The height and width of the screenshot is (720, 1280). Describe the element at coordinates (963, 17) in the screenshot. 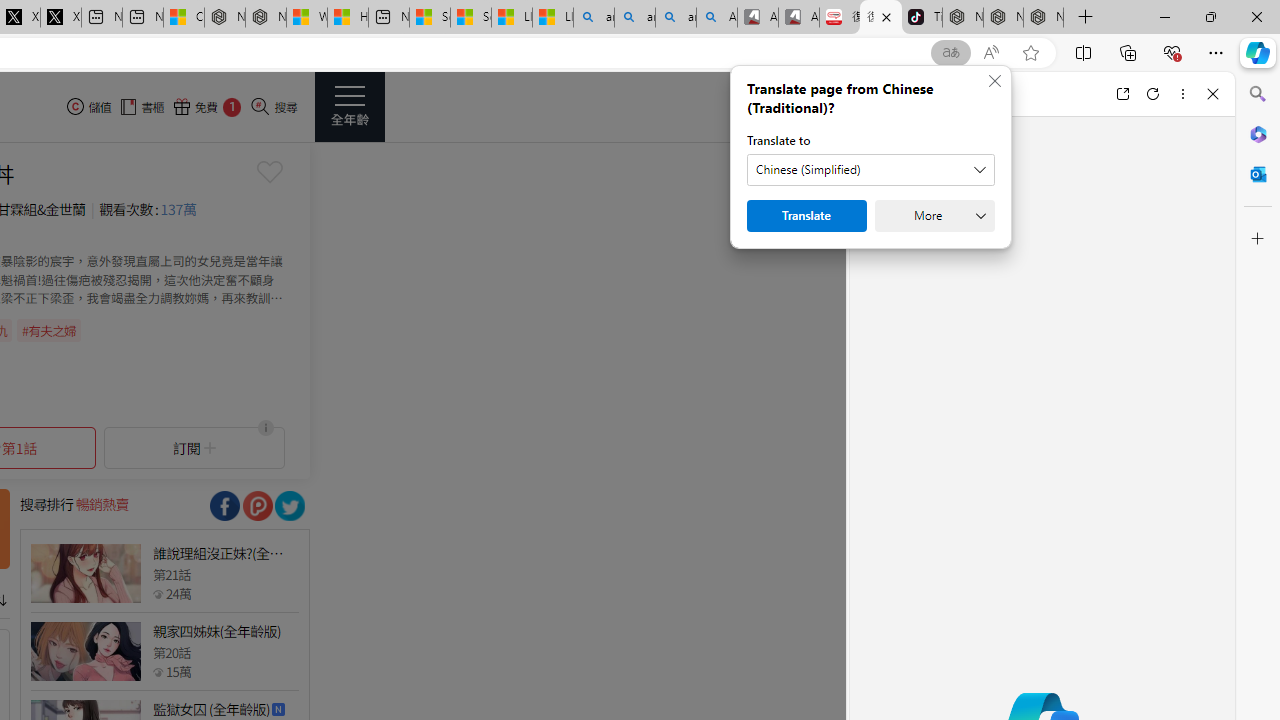

I see `'Nordace - Best Sellers'` at that location.